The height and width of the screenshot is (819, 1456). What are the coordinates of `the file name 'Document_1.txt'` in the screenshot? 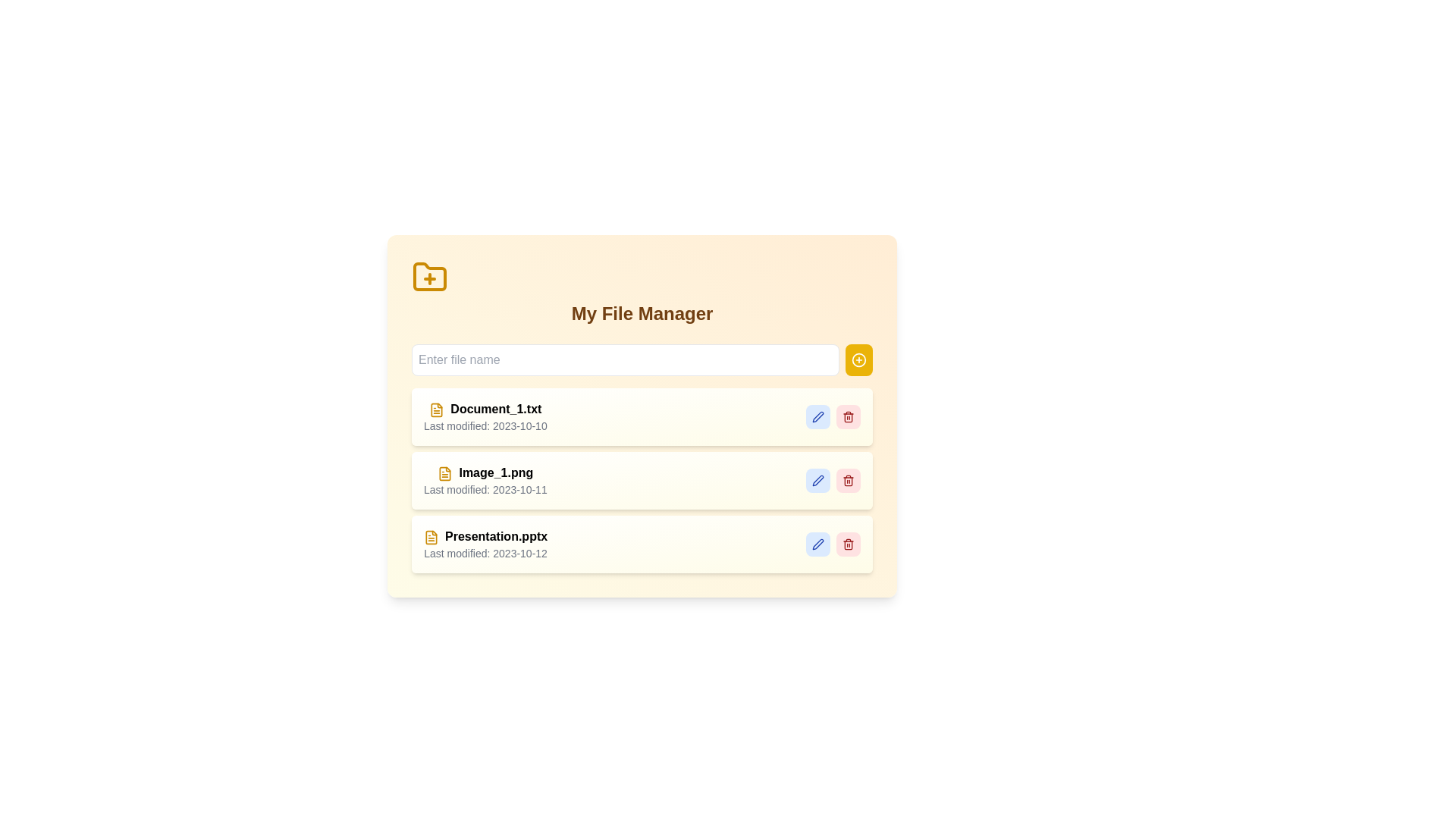 It's located at (485, 417).